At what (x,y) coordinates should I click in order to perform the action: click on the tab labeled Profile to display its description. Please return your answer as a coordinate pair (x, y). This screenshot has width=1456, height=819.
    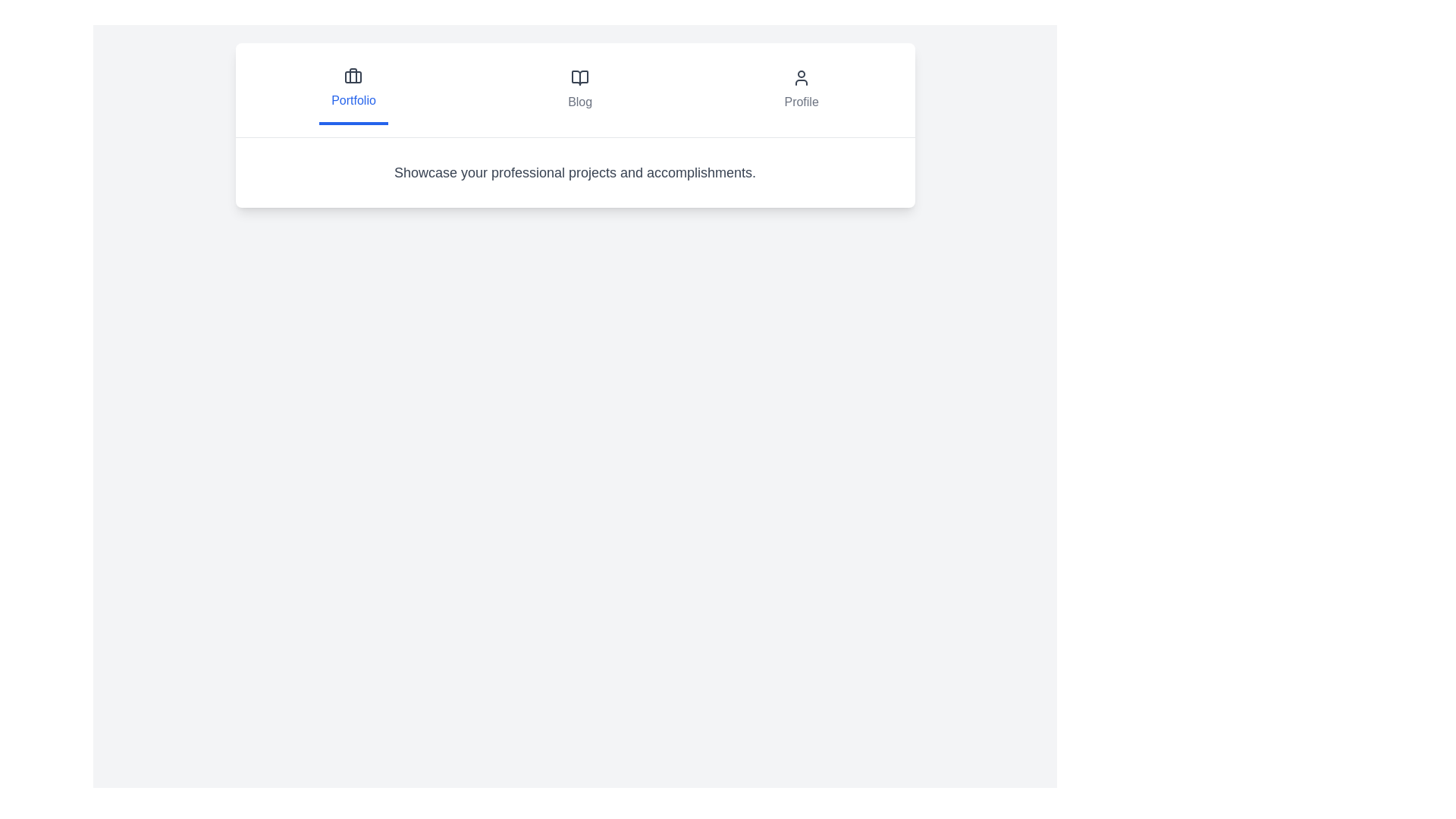
    Looking at the image, I should click on (800, 90).